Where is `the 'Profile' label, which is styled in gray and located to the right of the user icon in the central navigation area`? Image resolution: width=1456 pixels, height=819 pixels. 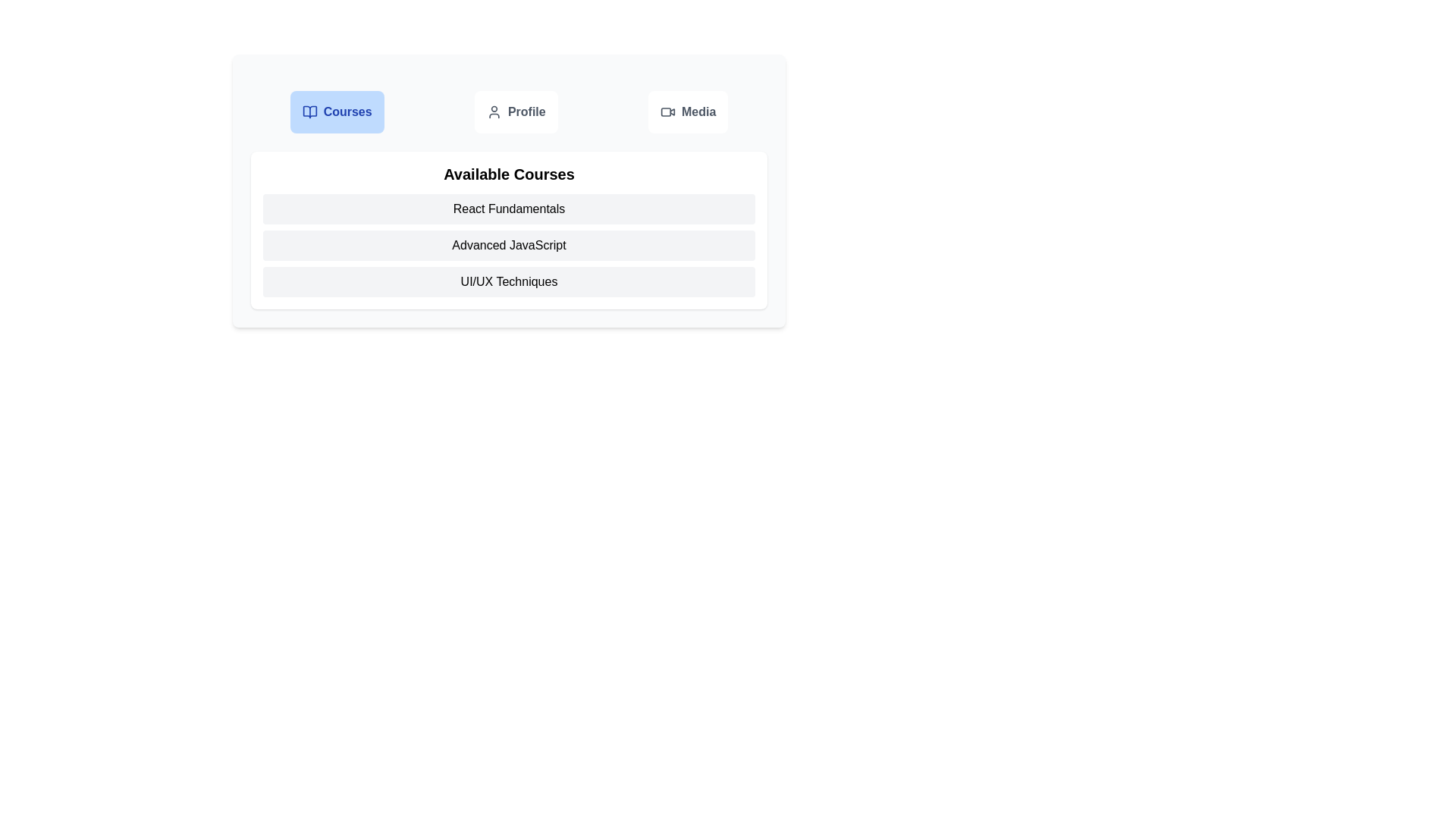
the 'Profile' label, which is styled in gray and located to the right of the user icon in the central navigation area is located at coordinates (526, 111).